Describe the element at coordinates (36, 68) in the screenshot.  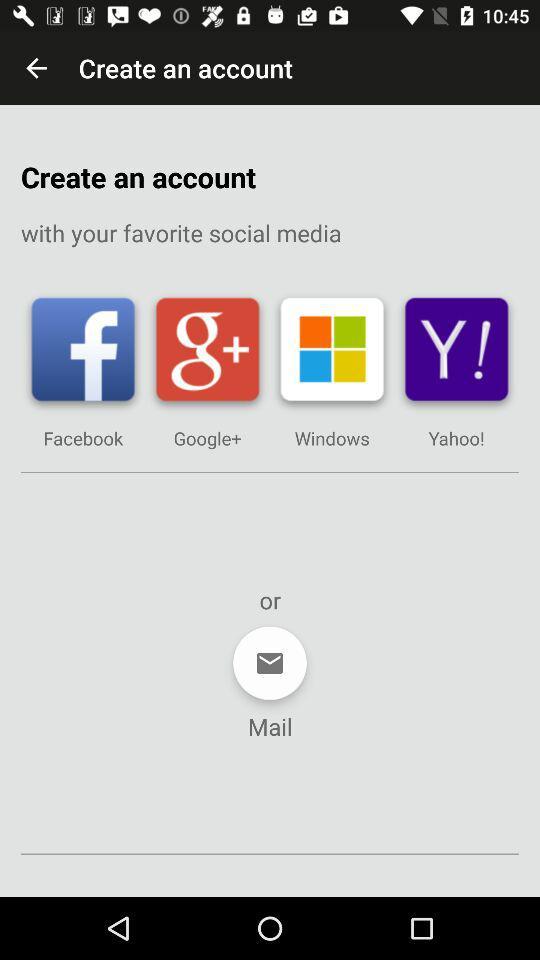
I see `the app next to create an account icon` at that location.